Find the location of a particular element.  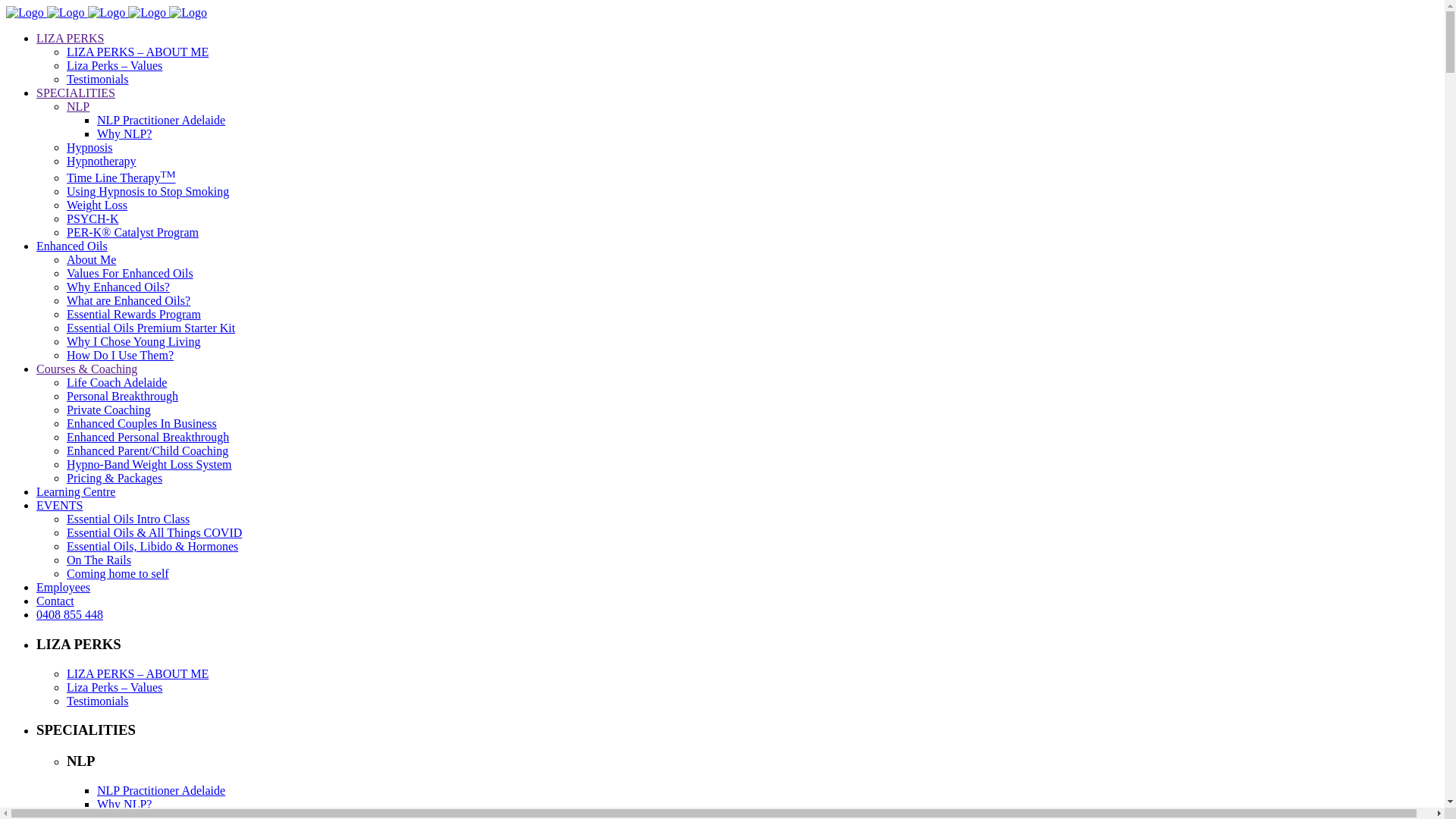

'Weight Loss' is located at coordinates (96, 205).